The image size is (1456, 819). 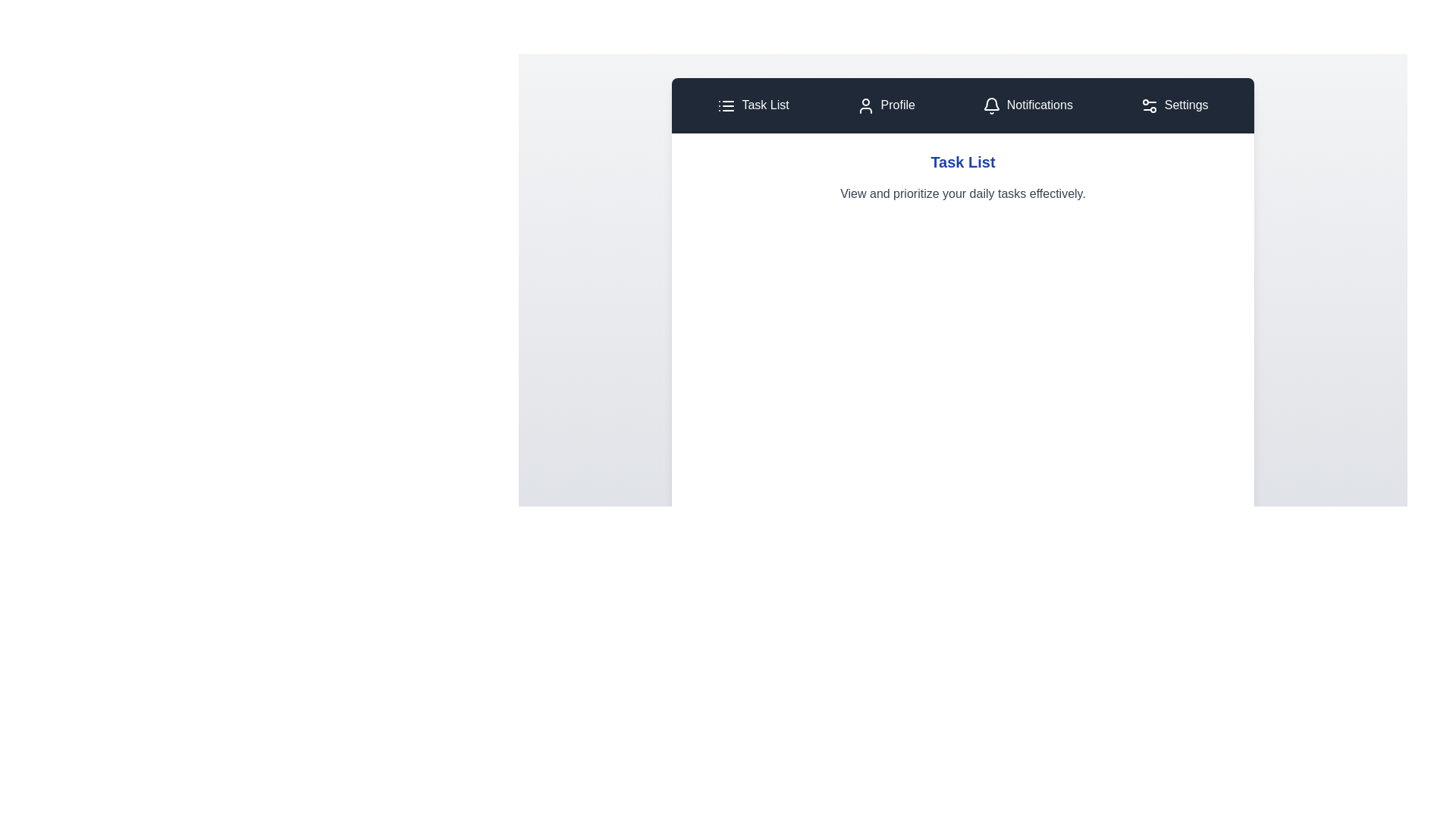 I want to click on the tab labeled Profile, so click(x=886, y=105).